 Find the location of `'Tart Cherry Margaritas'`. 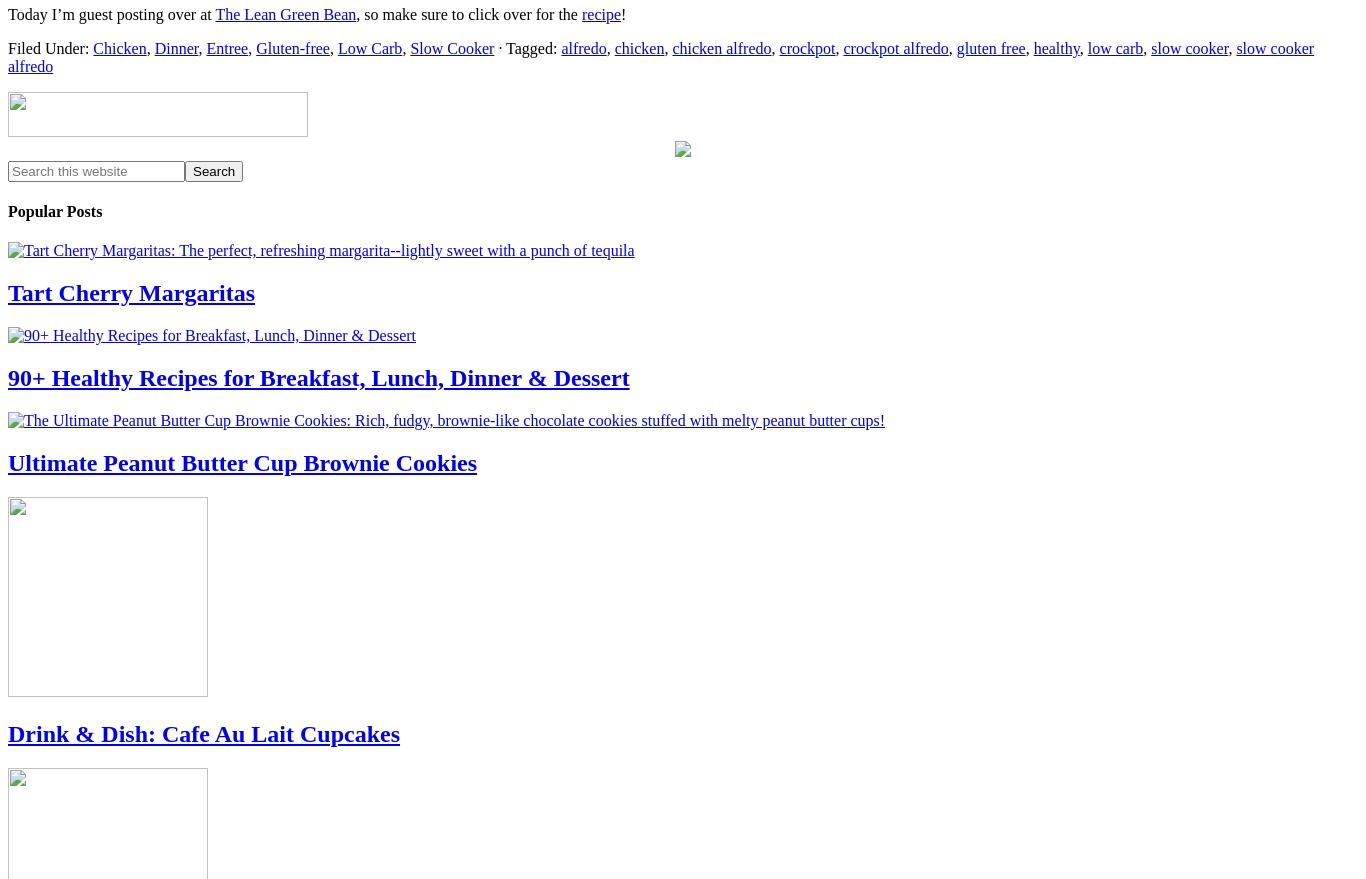

'Tart Cherry Margaritas' is located at coordinates (130, 292).